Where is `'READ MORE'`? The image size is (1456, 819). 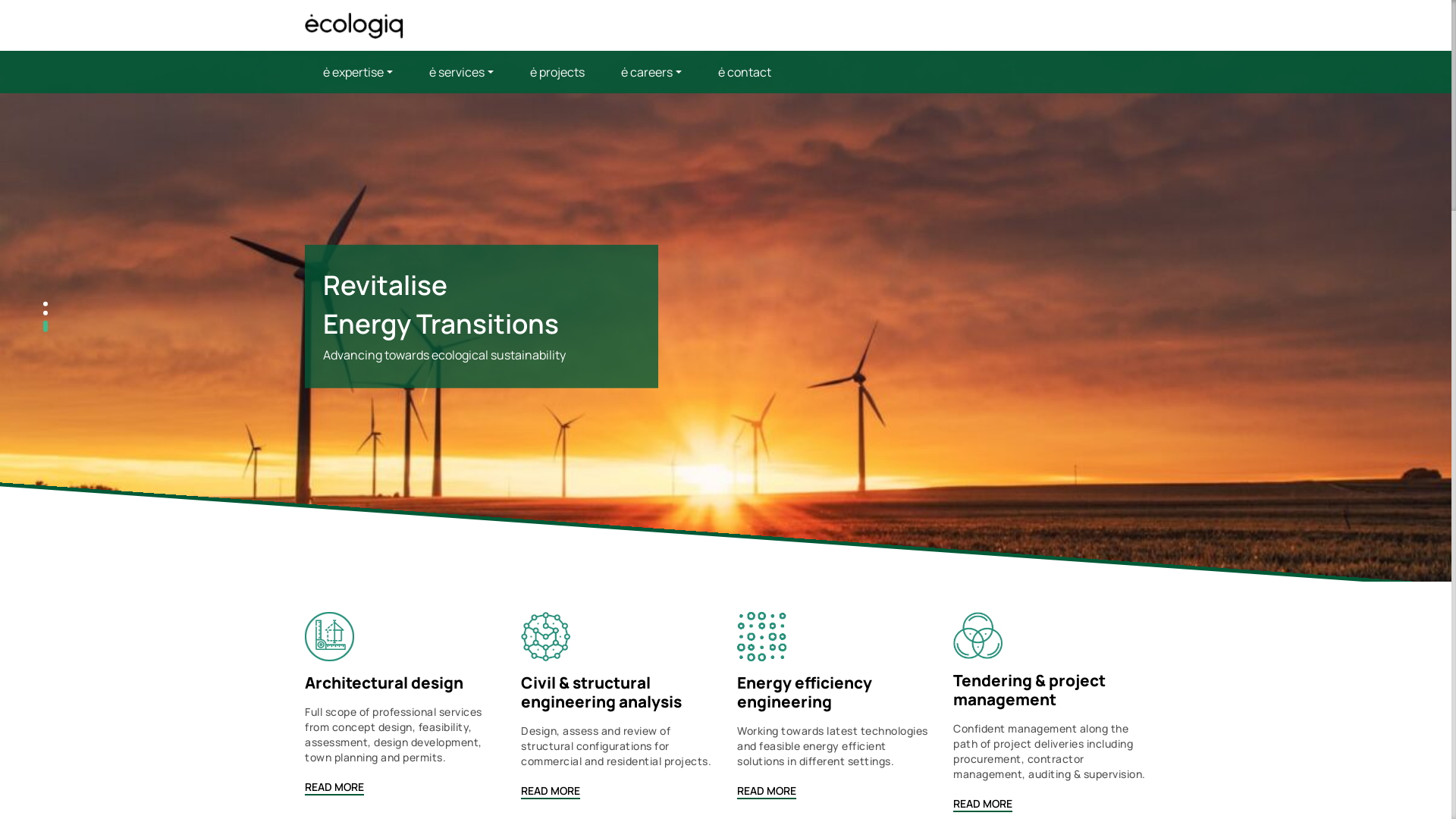
'READ MORE' is located at coordinates (983, 803).